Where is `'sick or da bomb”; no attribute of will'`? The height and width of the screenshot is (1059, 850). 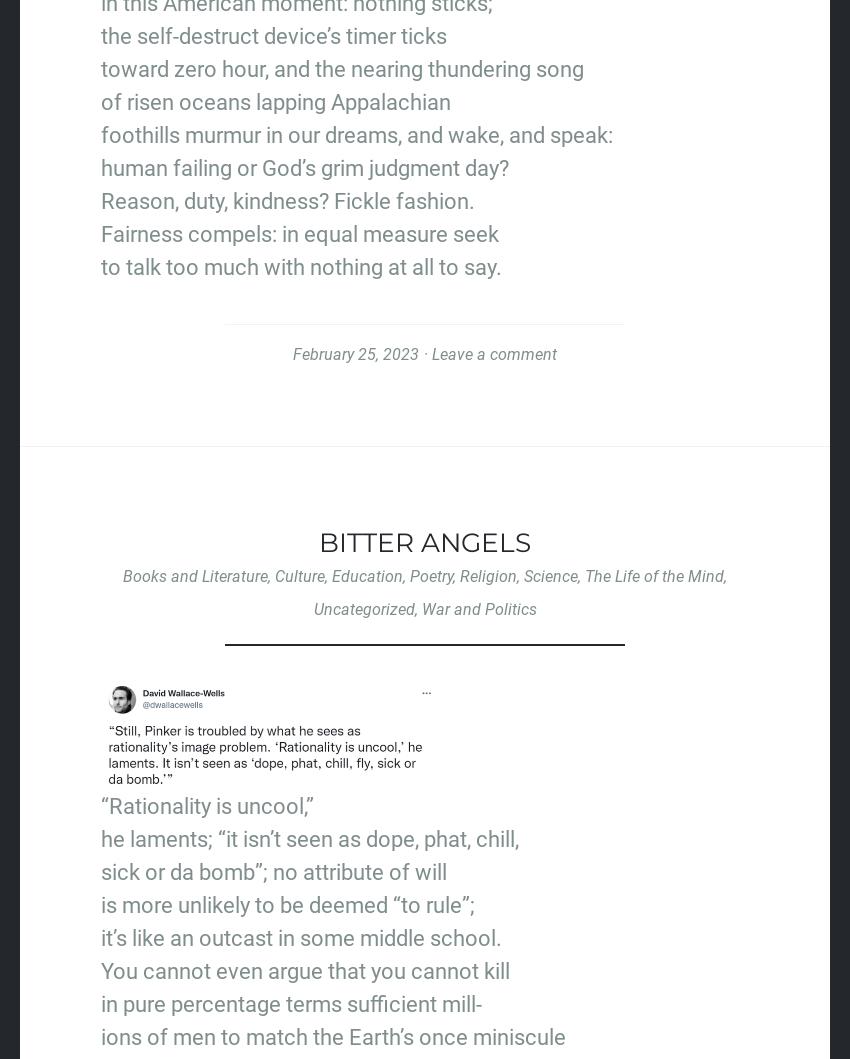
'sick or da bomb”; no attribute of will' is located at coordinates (273, 871).